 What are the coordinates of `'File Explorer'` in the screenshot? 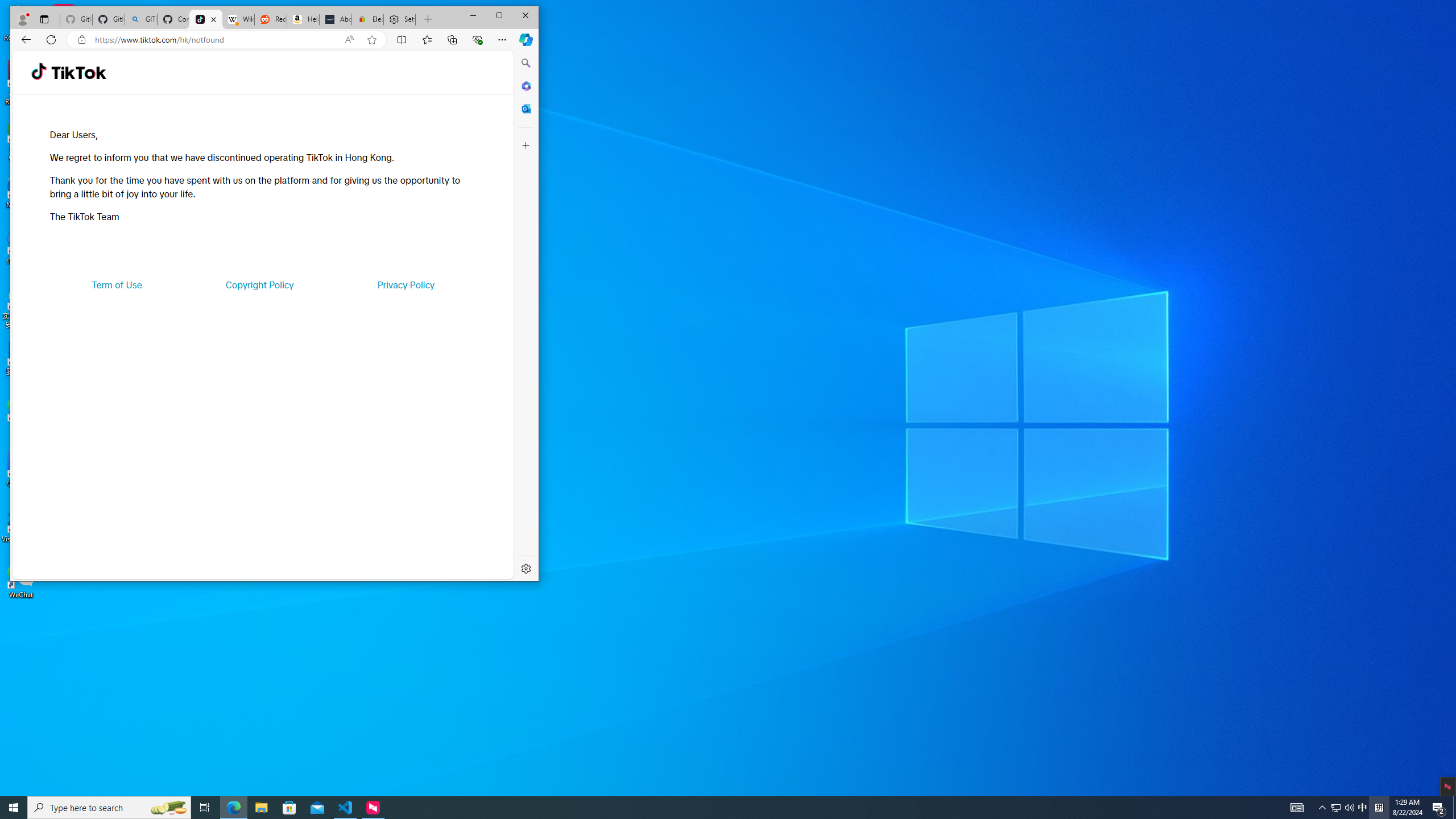 It's located at (260, 806).